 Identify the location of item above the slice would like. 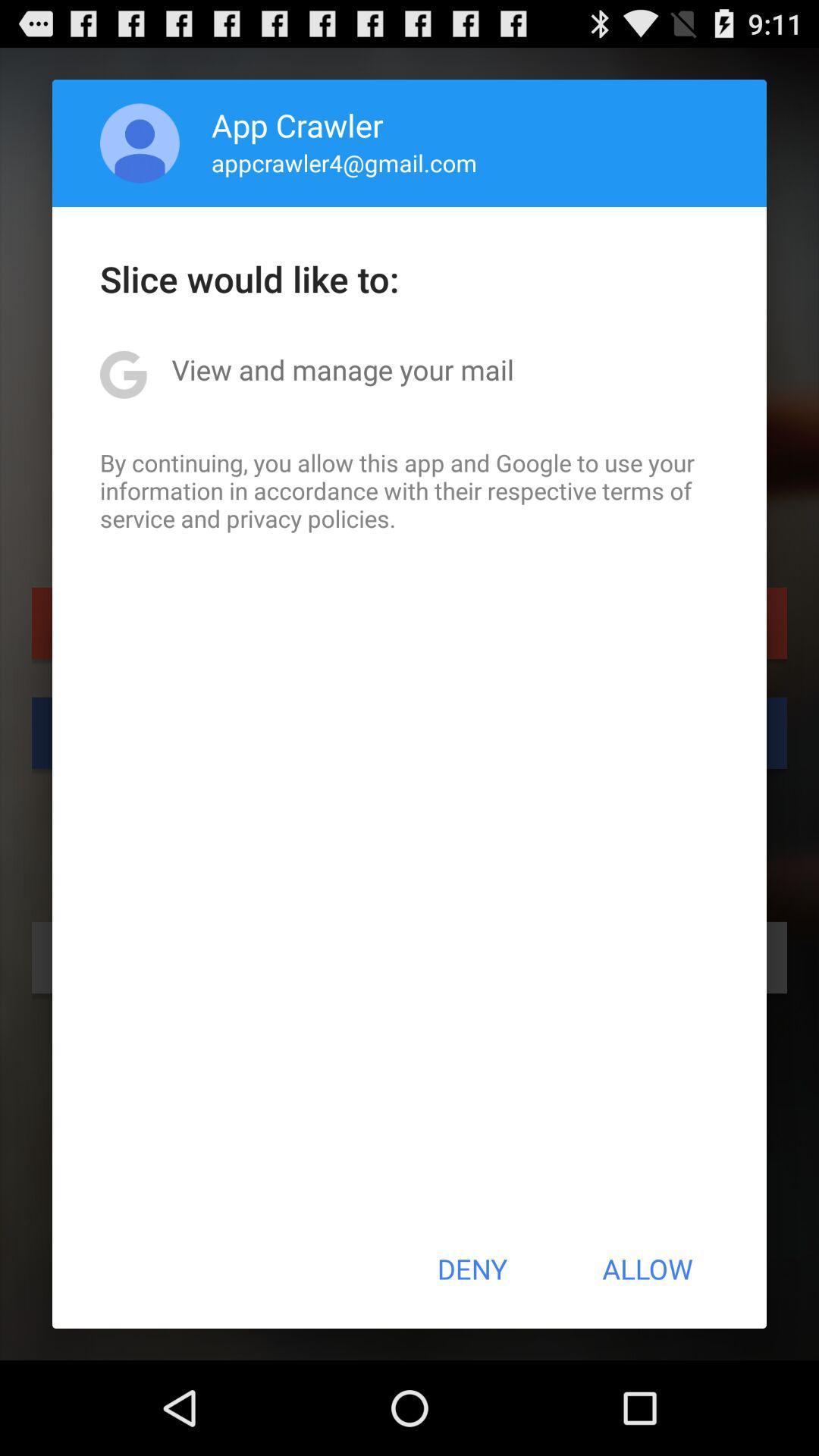
(344, 162).